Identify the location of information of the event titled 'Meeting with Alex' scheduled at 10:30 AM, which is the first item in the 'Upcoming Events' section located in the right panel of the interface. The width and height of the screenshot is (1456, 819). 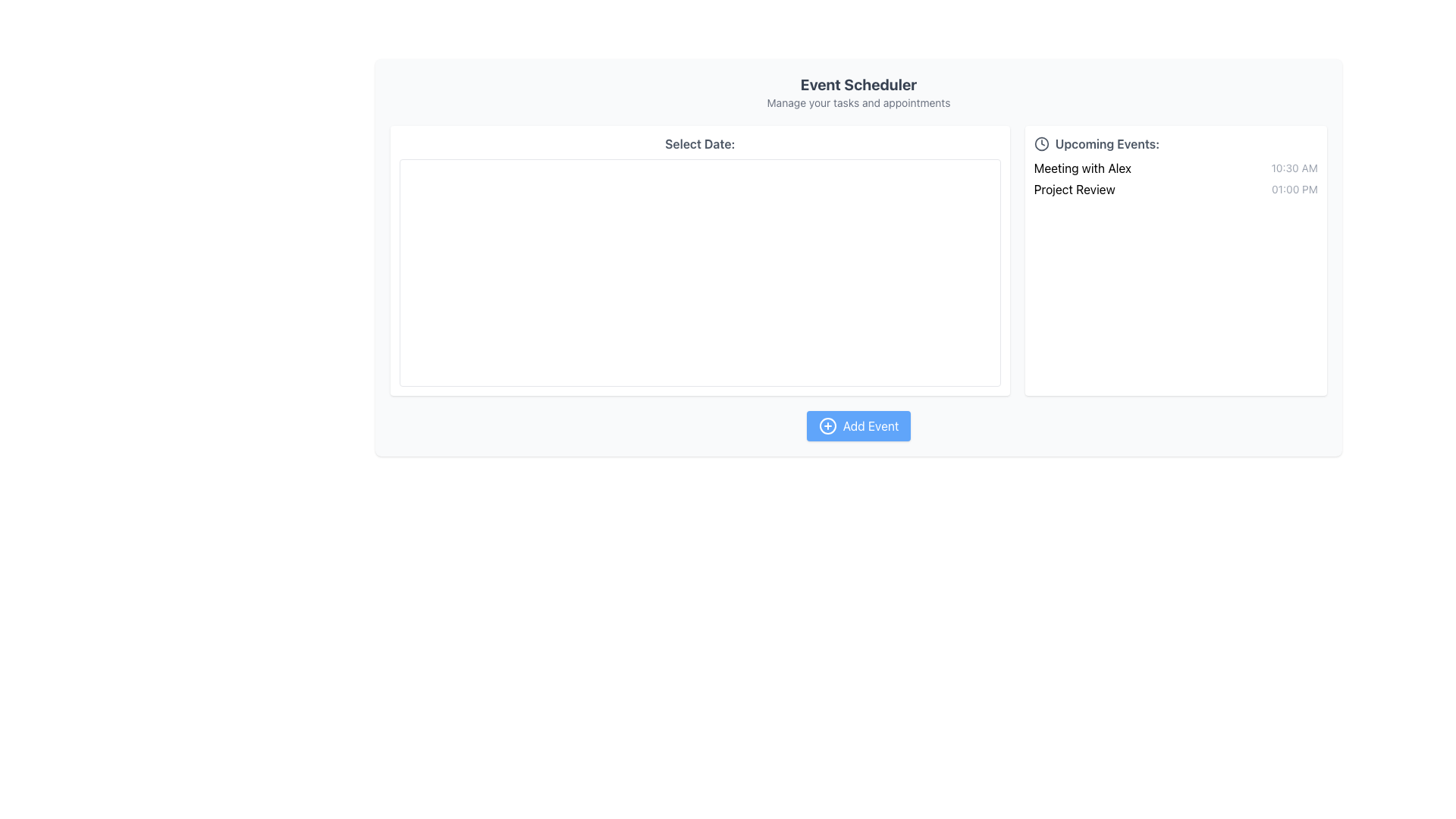
(1175, 168).